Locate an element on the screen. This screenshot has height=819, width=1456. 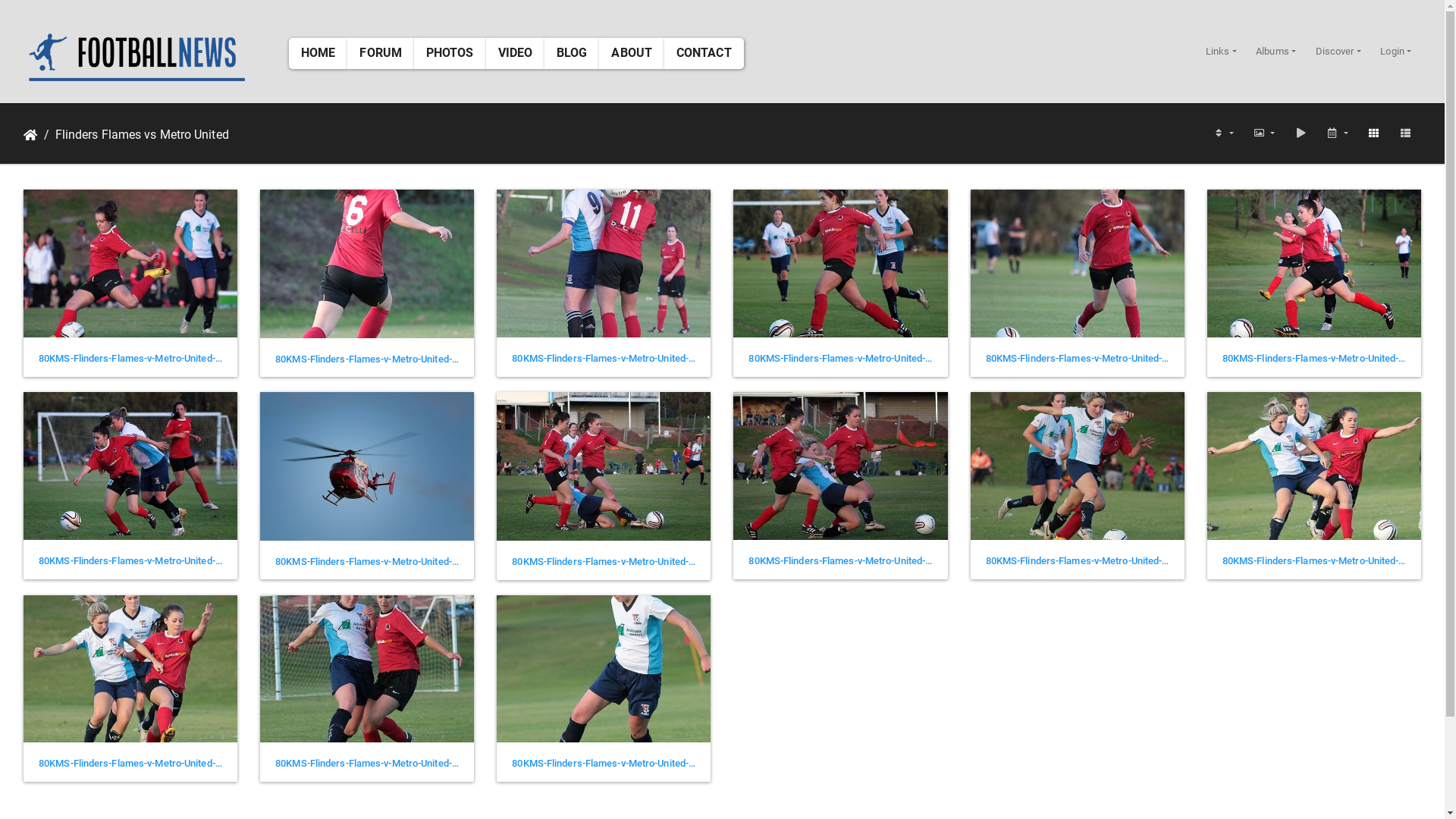
'Photo sizes' is located at coordinates (1244, 133).